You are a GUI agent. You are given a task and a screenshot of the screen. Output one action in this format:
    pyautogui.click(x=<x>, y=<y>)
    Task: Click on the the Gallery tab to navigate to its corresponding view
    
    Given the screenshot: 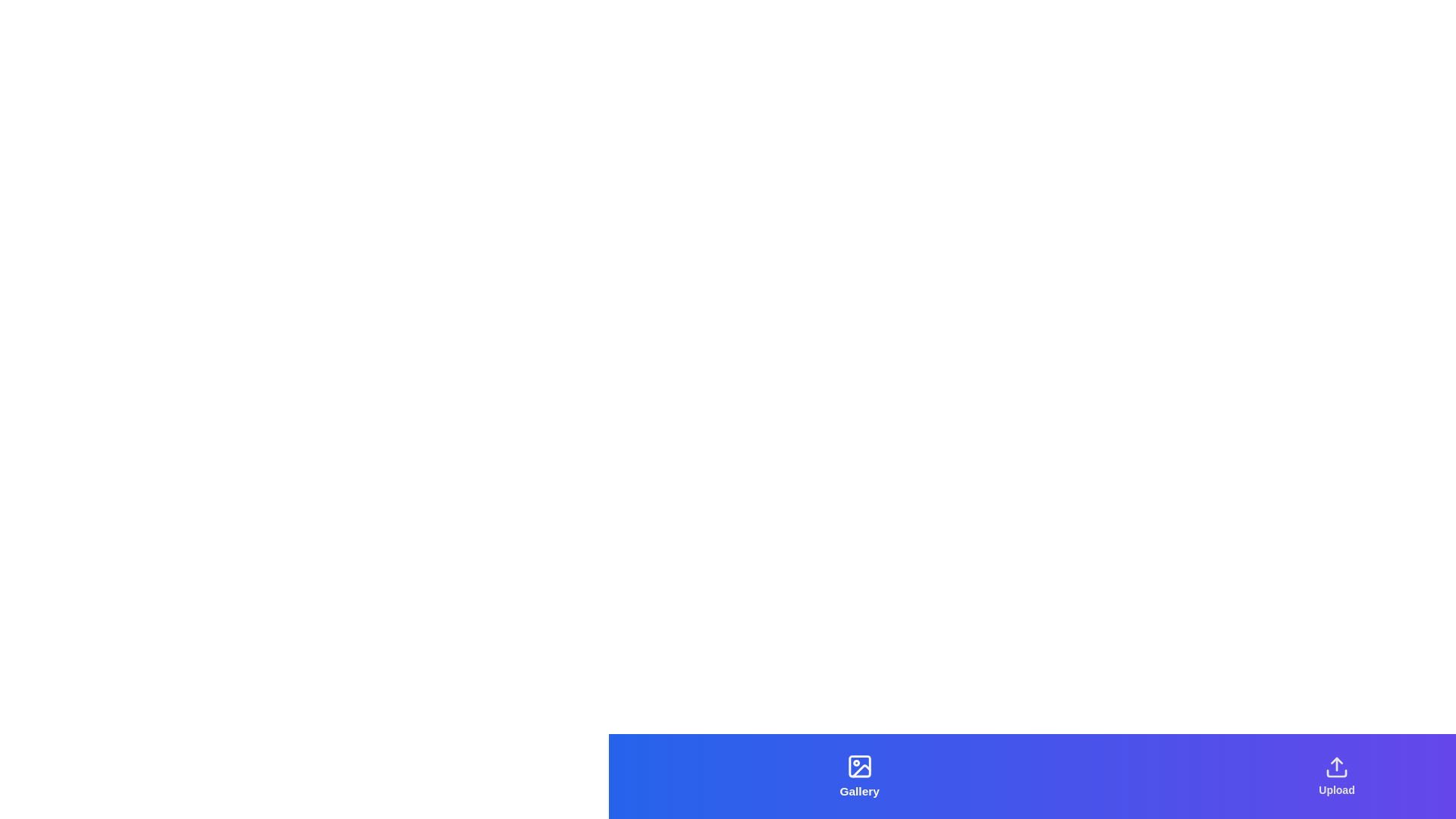 What is the action you would take?
    pyautogui.click(x=859, y=776)
    